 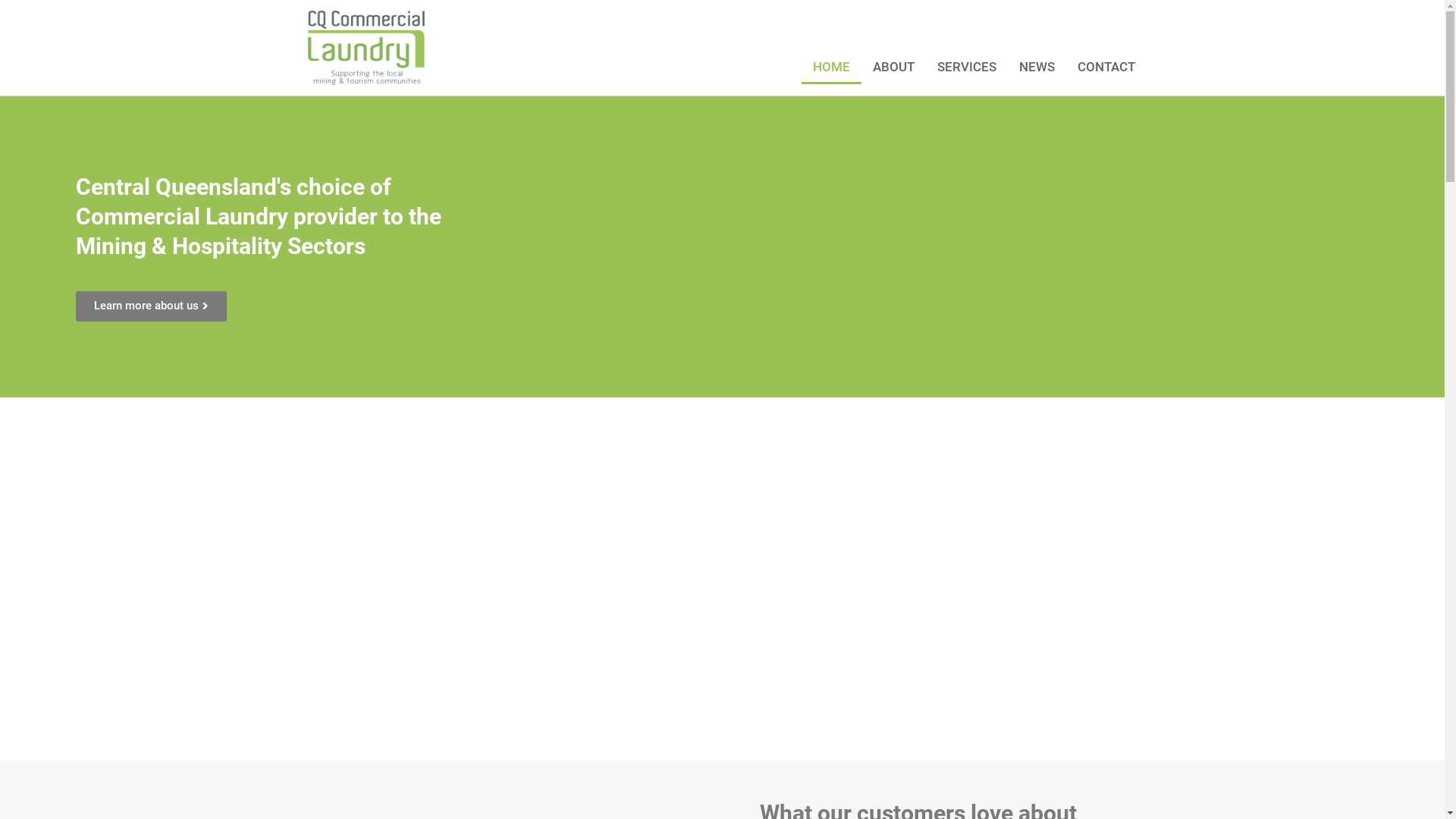 I want to click on 'ABOUT', so click(x=893, y=66).